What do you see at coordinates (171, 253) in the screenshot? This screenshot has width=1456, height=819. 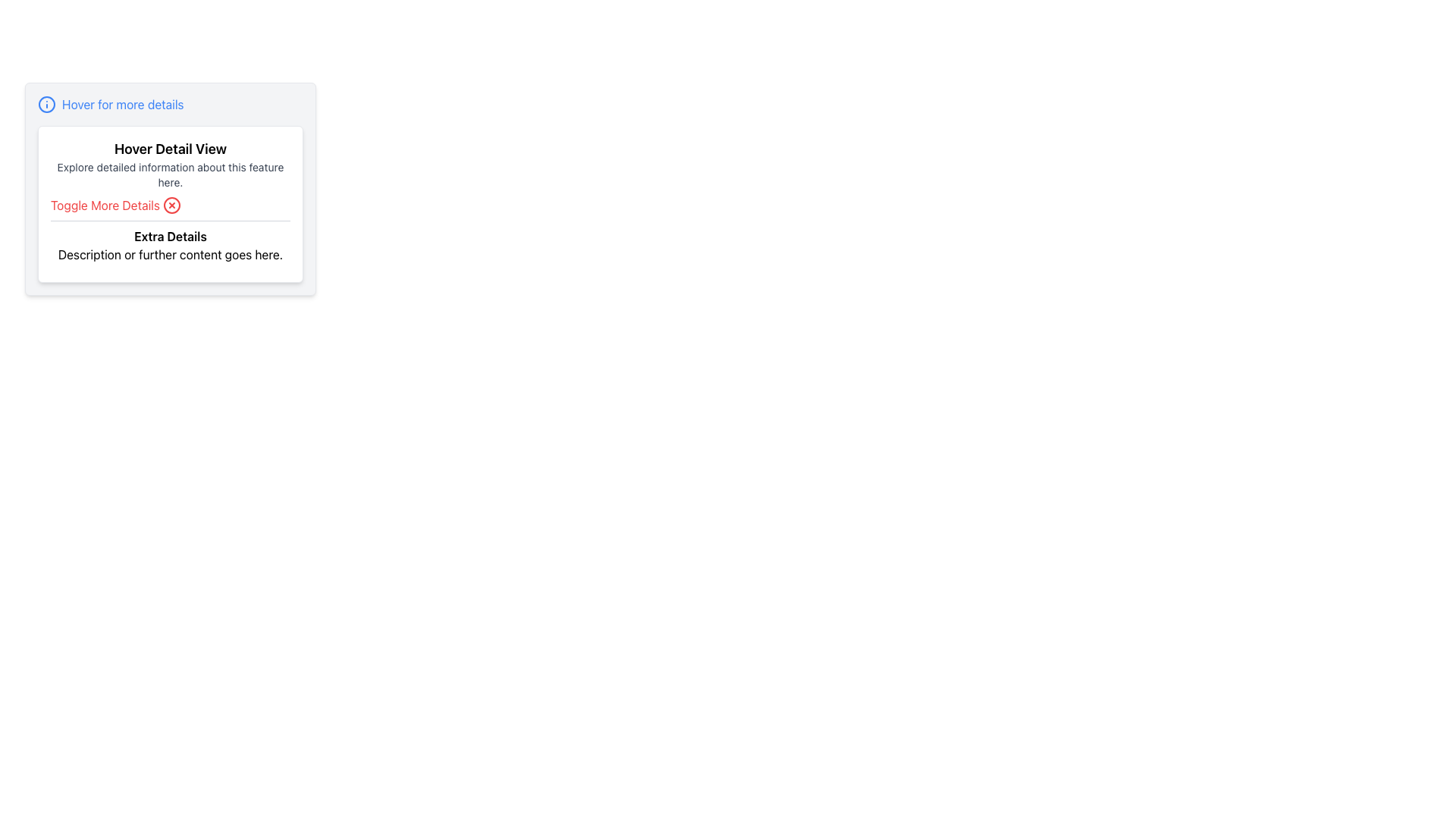 I see `the text element that reads 'Description or further content goes here.' which is located beneath the bold heading 'Extra Details' within the bordered section titled 'Hover Detail View'` at bounding box center [171, 253].